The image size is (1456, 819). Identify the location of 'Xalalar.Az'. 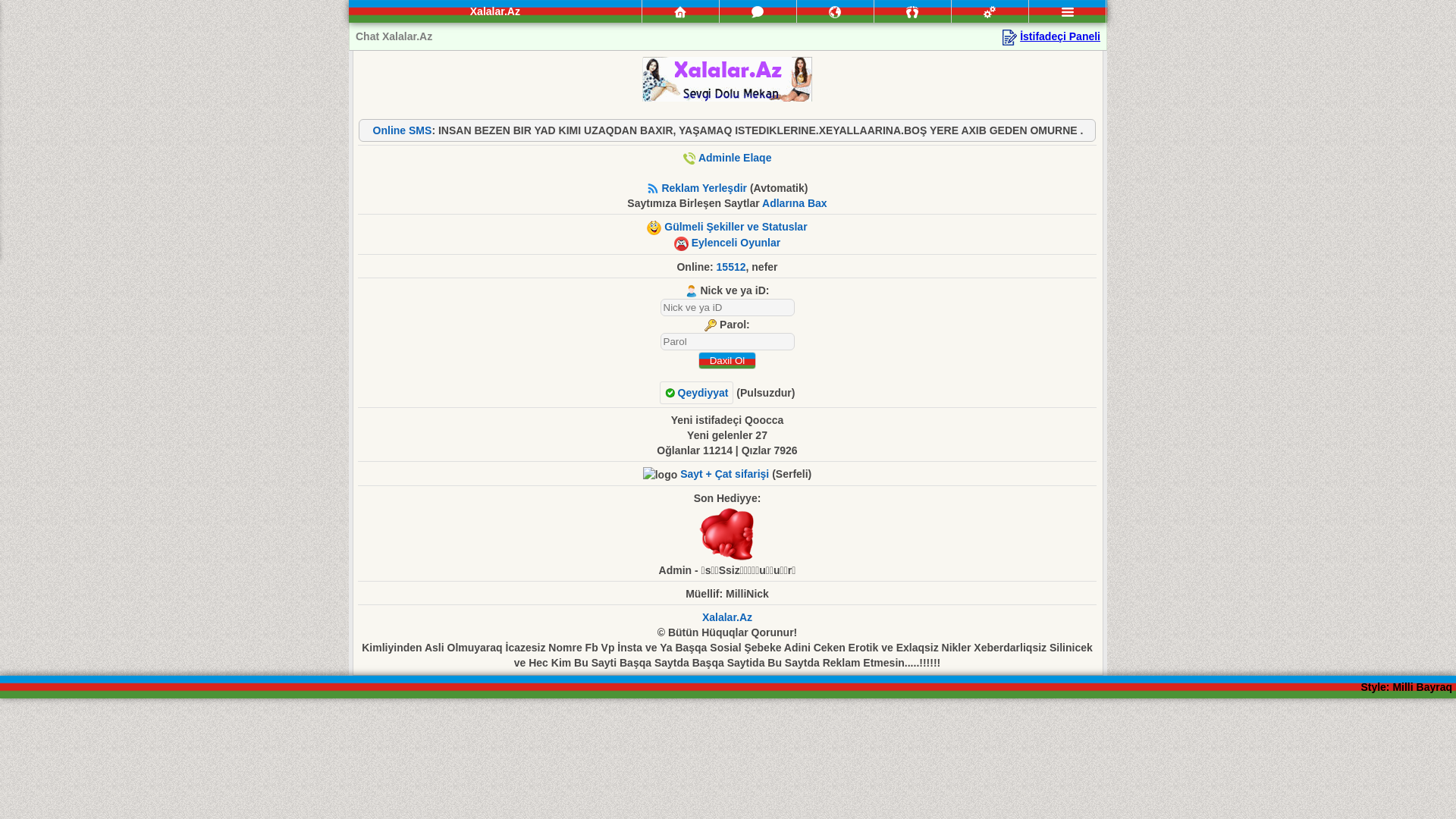
(726, 617).